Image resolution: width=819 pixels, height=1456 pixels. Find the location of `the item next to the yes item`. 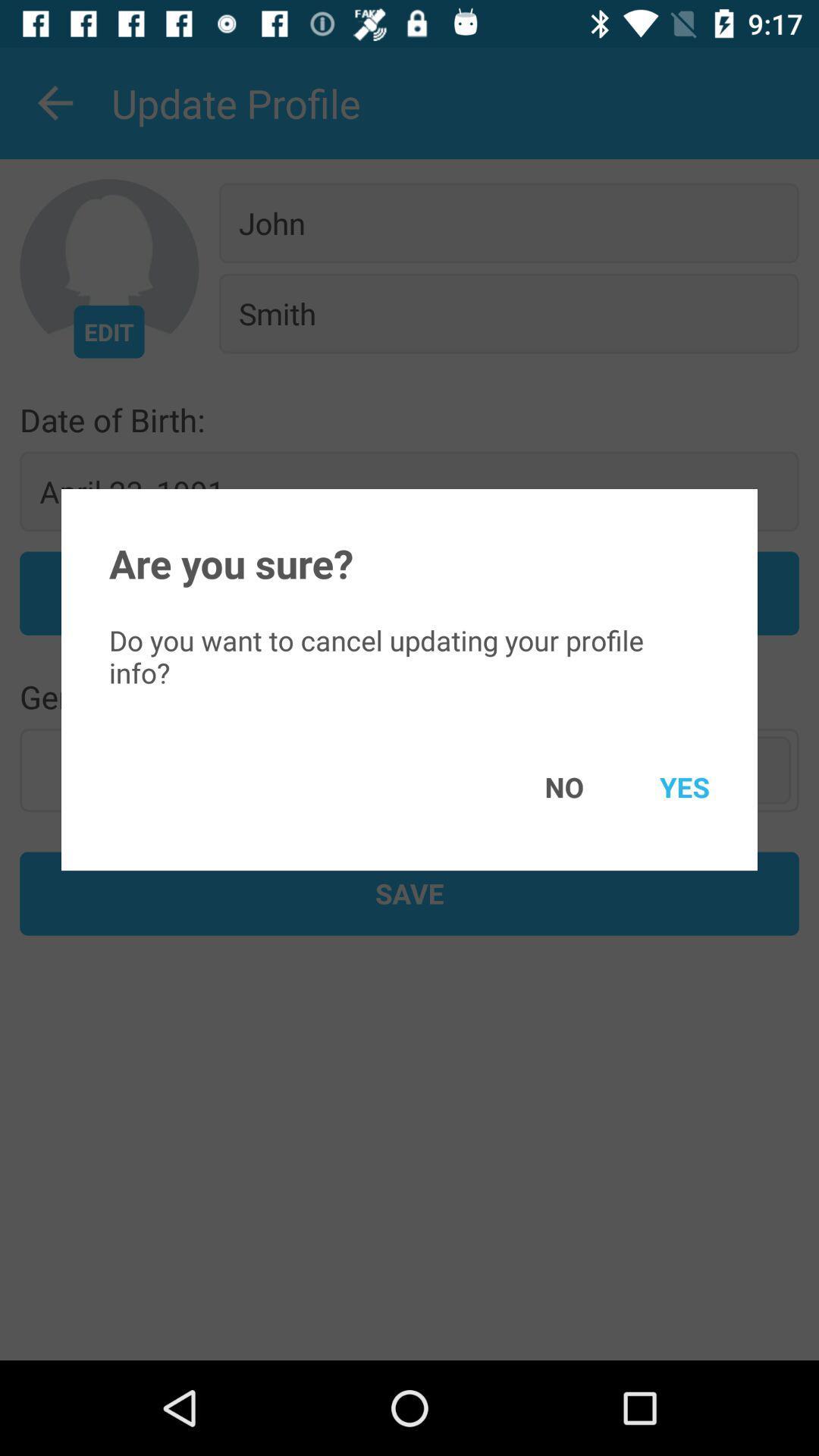

the item next to the yes item is located at coordinates (541, 786).